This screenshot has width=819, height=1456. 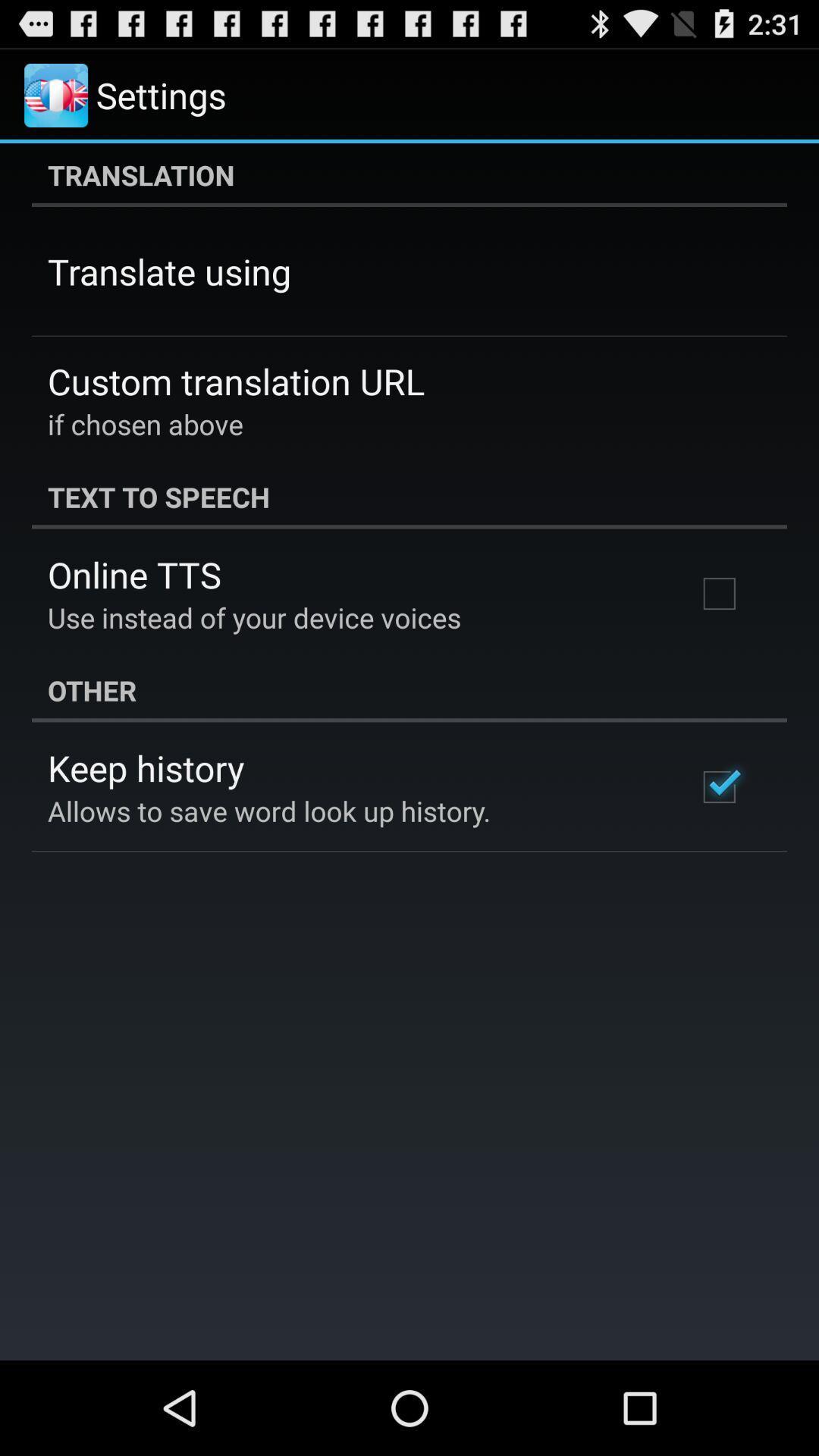 I want to click on the allows to save item, so click(x=268, y=810).